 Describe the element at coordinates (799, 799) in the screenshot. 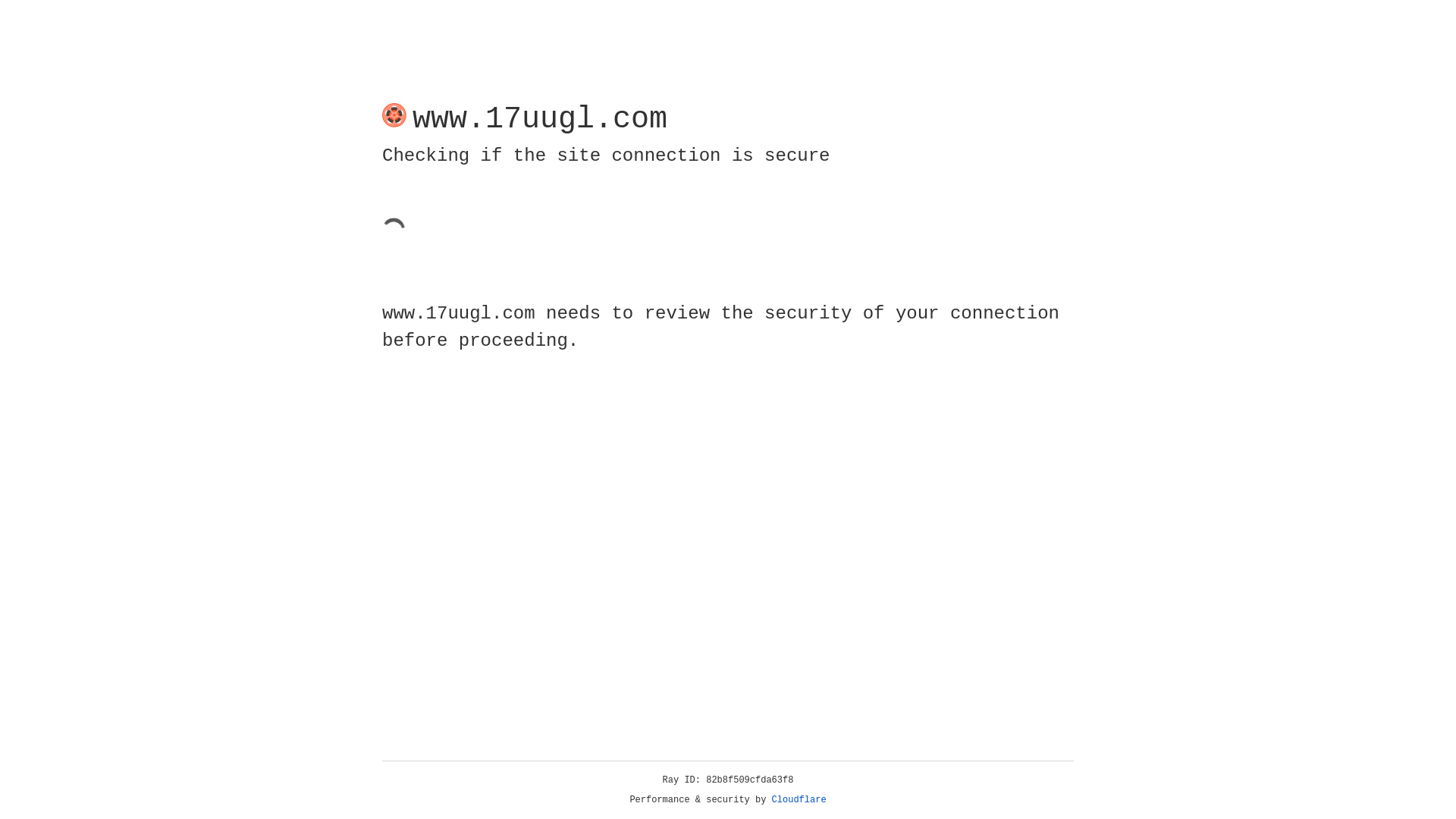

I see `'Cloudflare'` at that location.